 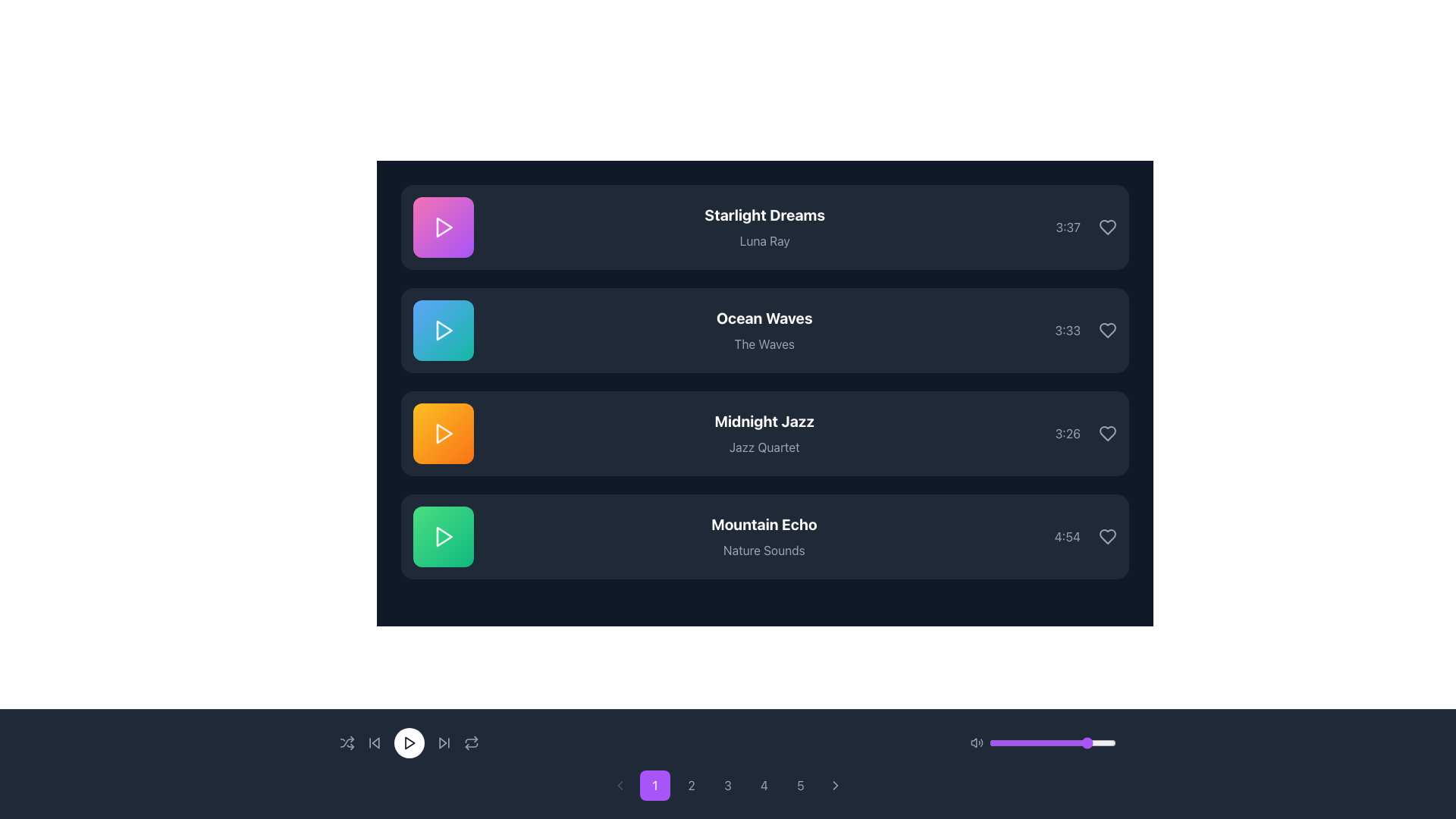 What do you see at coordinates (728, 785) in the screenshot?
I see `the circular button labeled '3' in the pagination control at the bottom of the interface for keyboard navigation` at bounding box center [728, 785].